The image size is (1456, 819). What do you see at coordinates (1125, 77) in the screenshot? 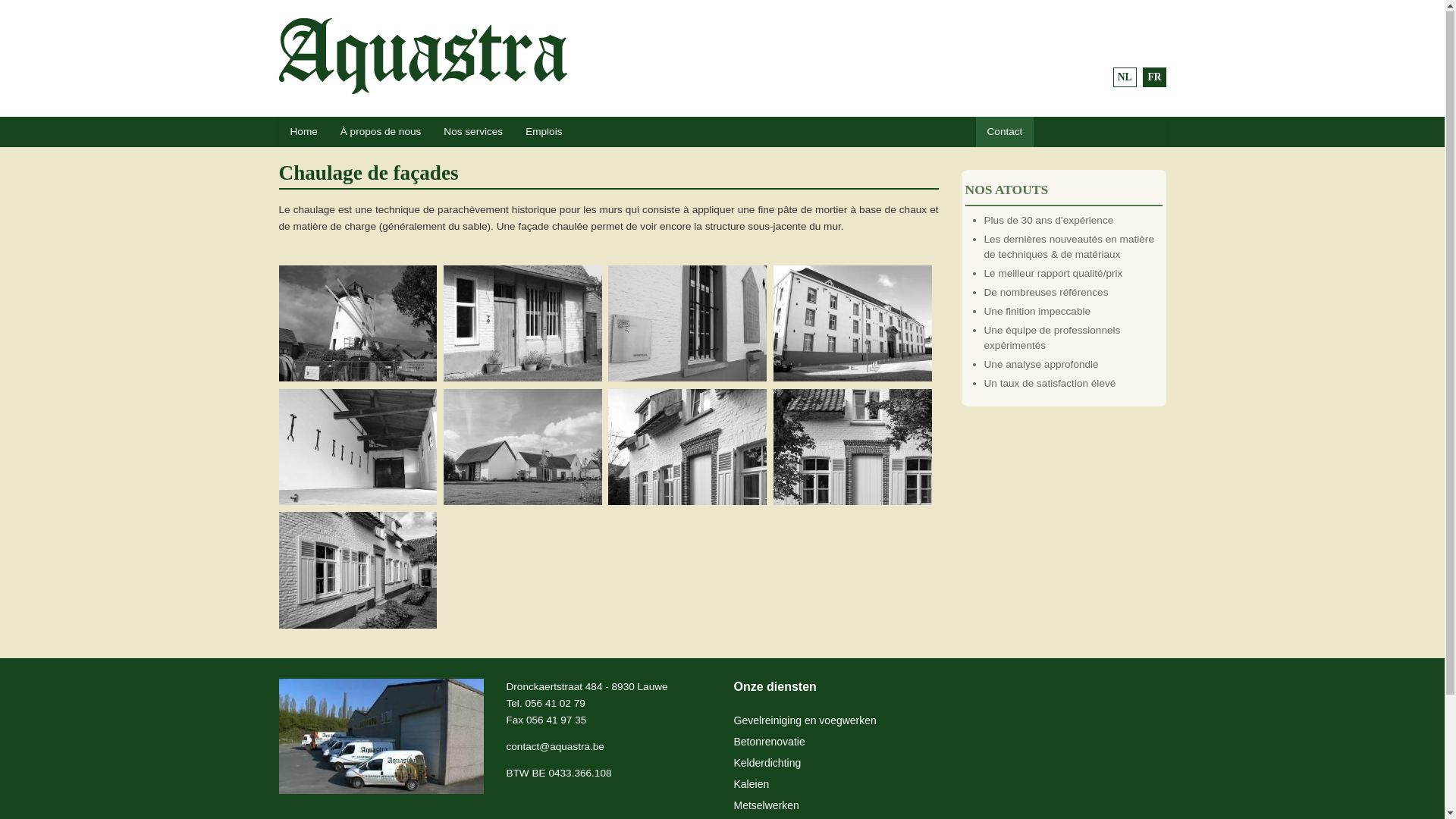
I see `'NL'` at bounding box center [1125, 77].